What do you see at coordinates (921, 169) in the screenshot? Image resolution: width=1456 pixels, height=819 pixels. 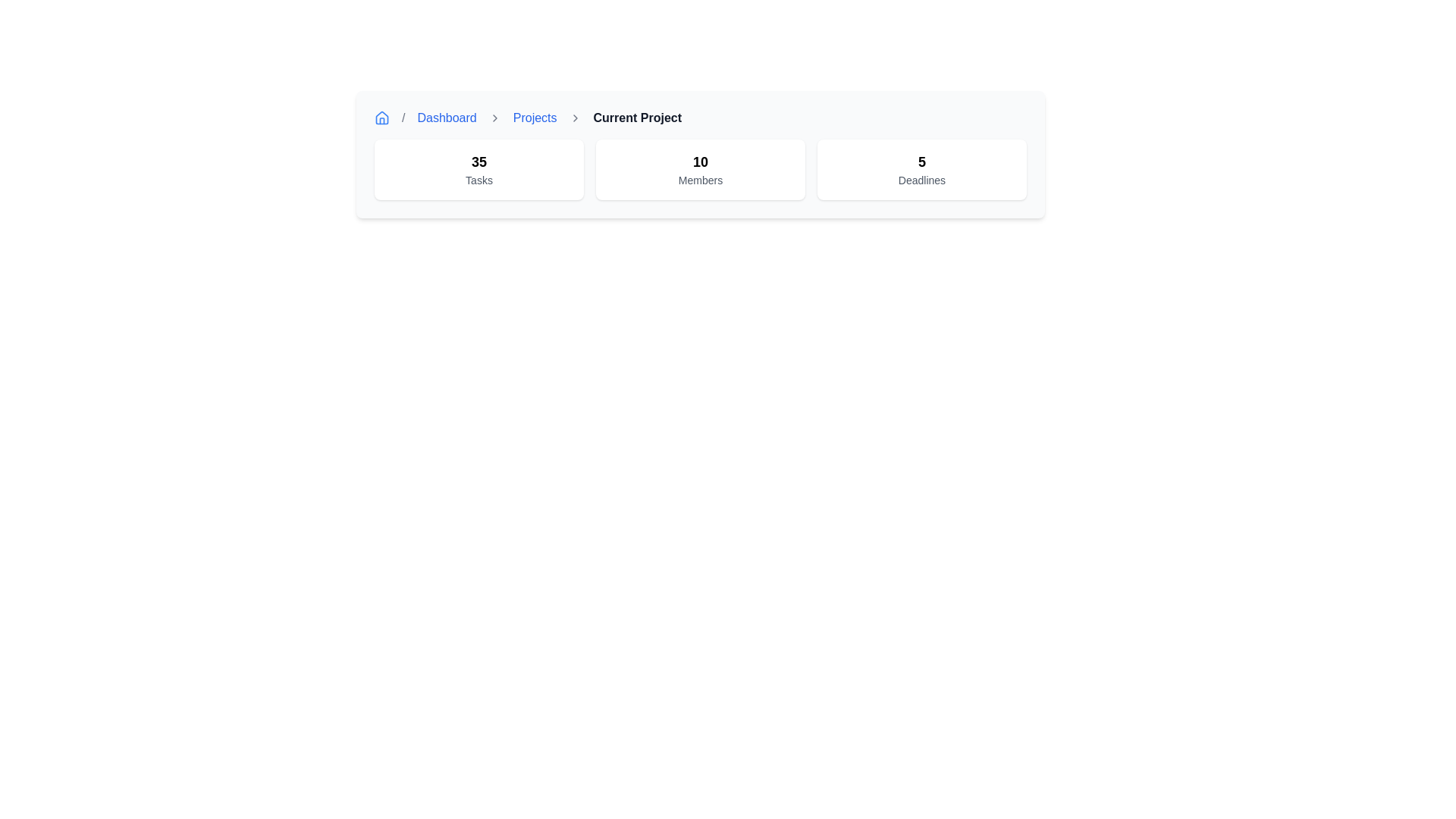 I see `the information displayed on the Informational card that presents the count of deadlines associated with the current project, located as the third card in a row of three cards` at bounding box center [921, 169].